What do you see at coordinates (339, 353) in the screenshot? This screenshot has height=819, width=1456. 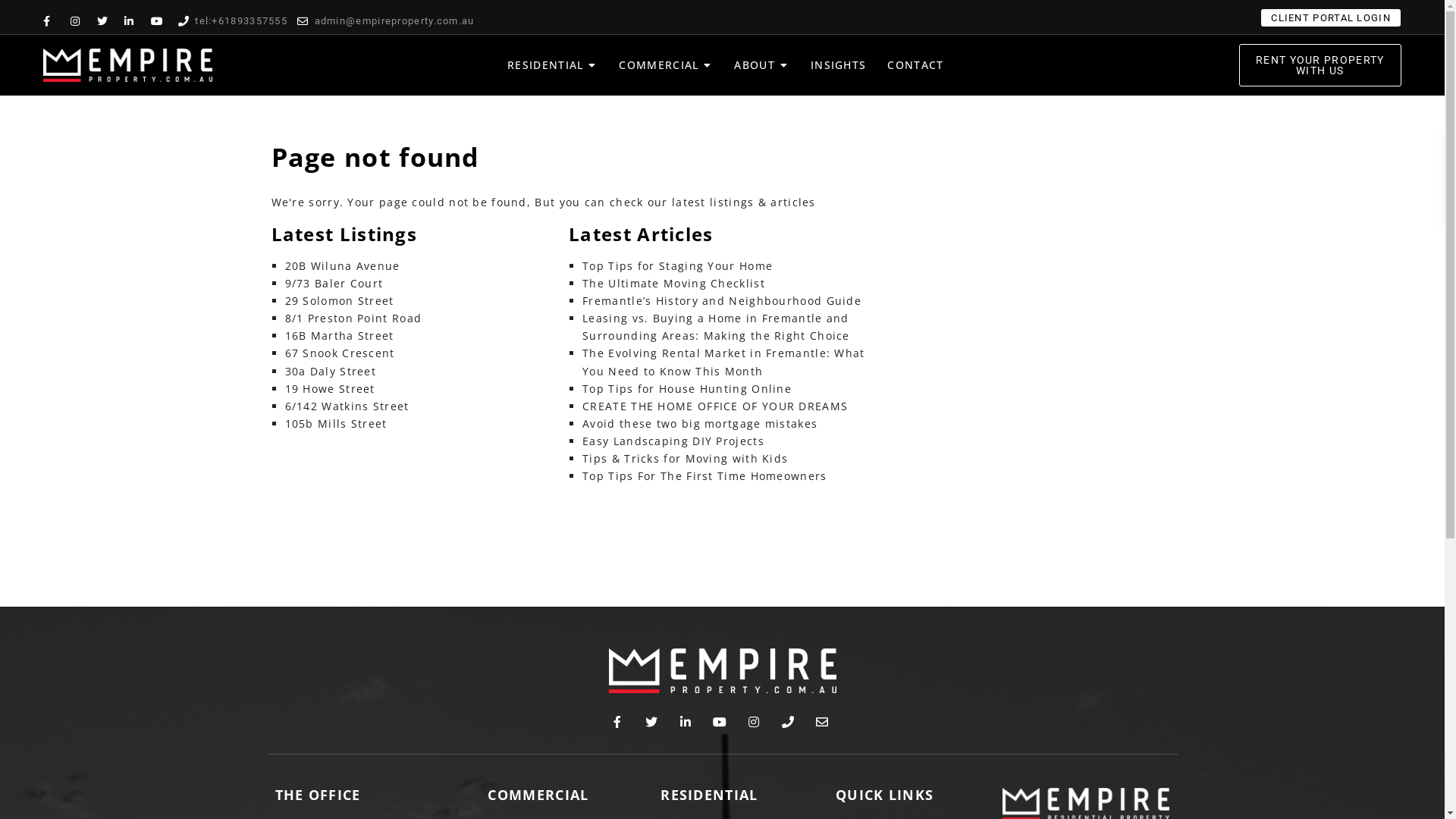 I see `'67 Snook Crescent'` at bounding box center [339, 353].